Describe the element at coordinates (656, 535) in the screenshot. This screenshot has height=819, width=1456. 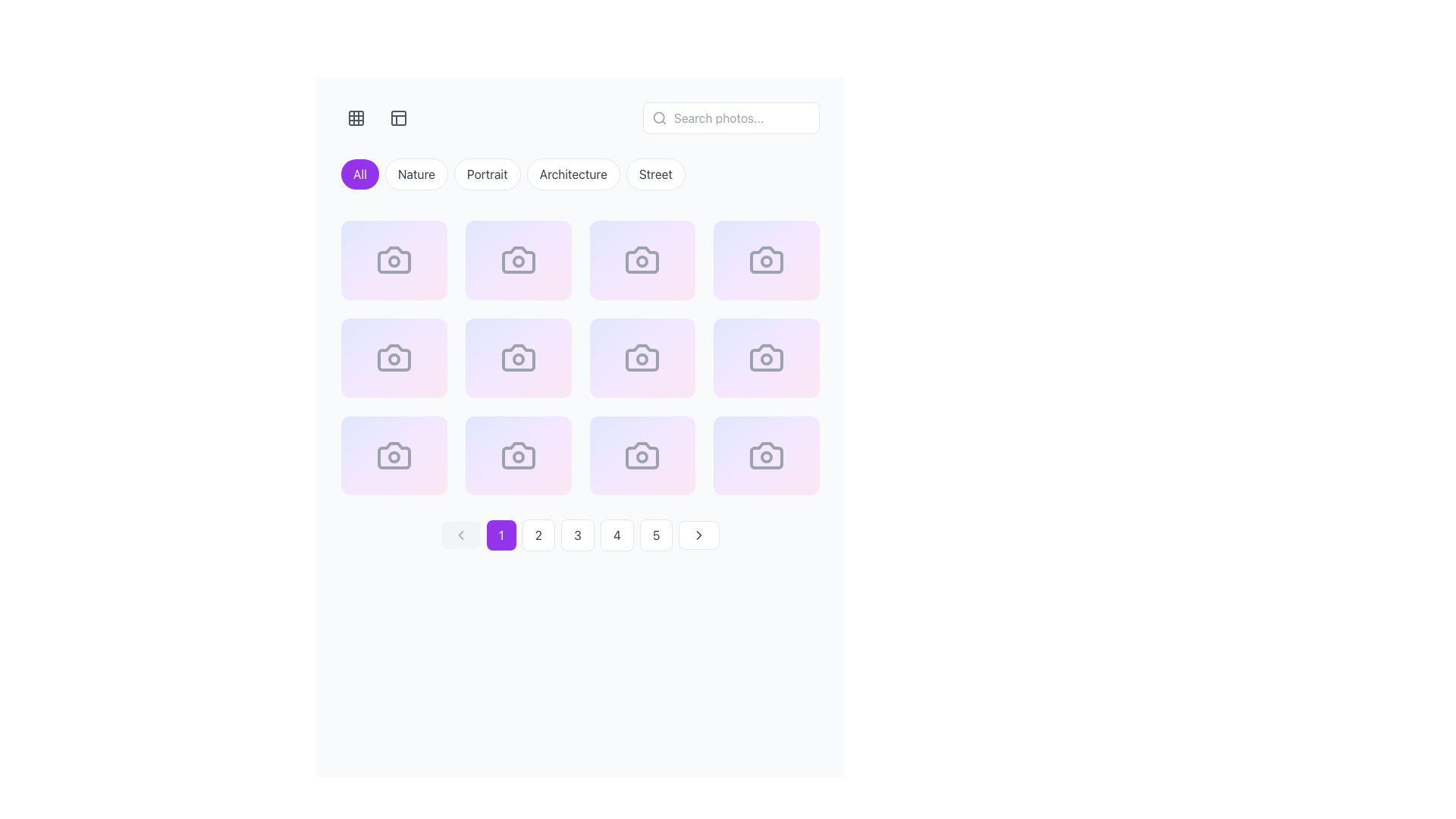
I see `the button displaying the number '5' to observe the hover effect` at that location.